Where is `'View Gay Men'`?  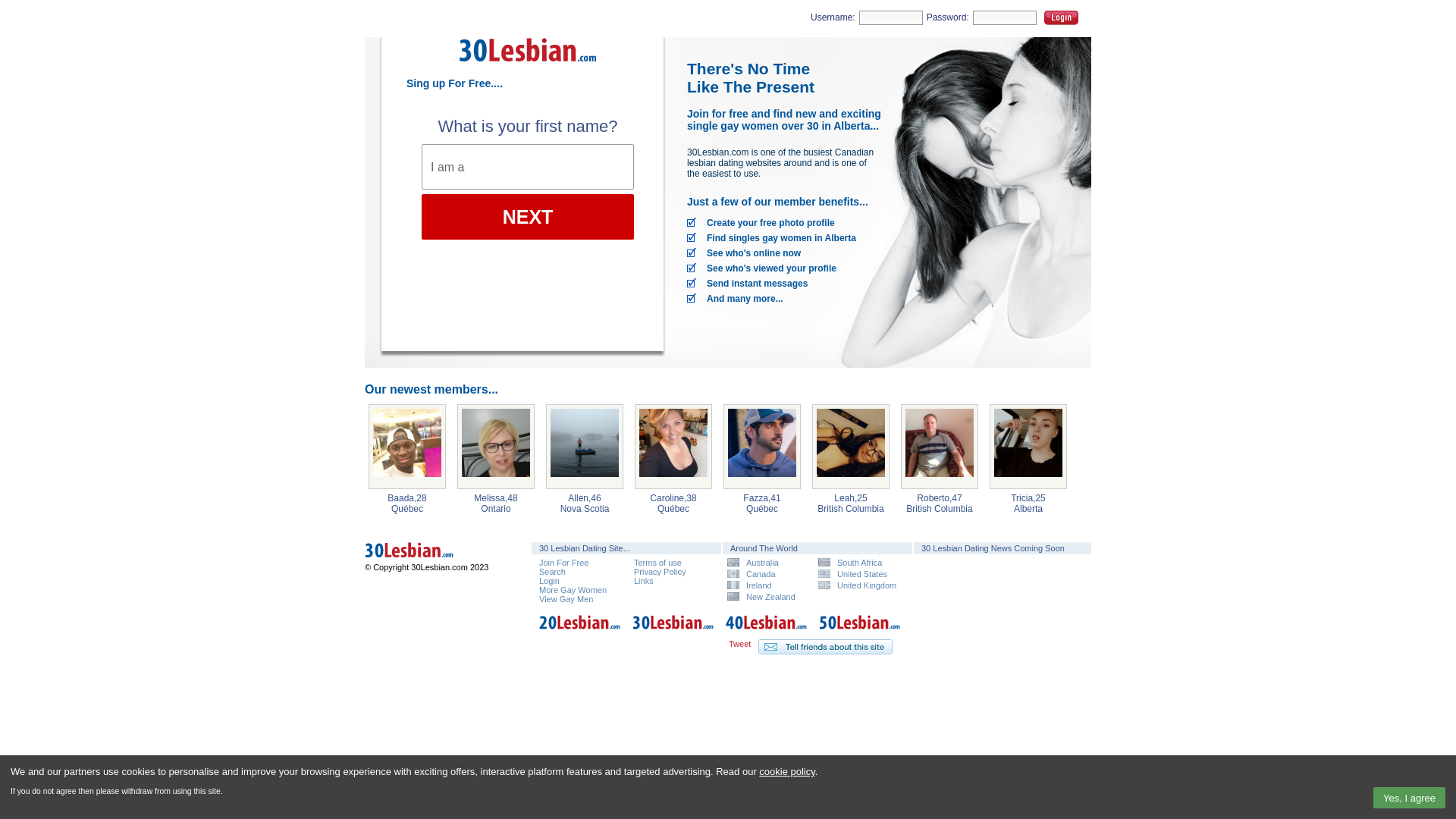
'View Gay Men' is located at coordinates (565, 598).